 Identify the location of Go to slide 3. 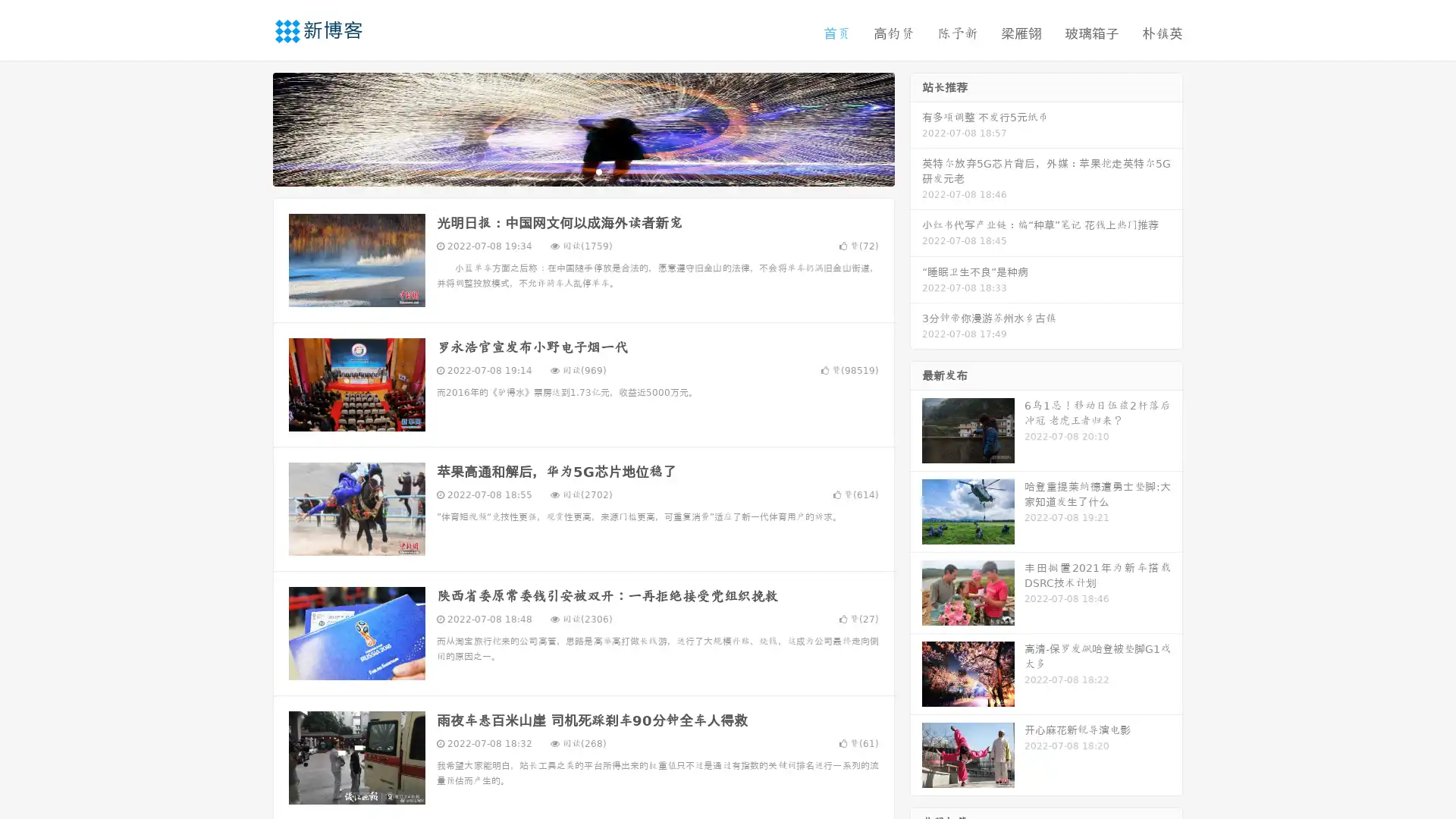
(598, 171).